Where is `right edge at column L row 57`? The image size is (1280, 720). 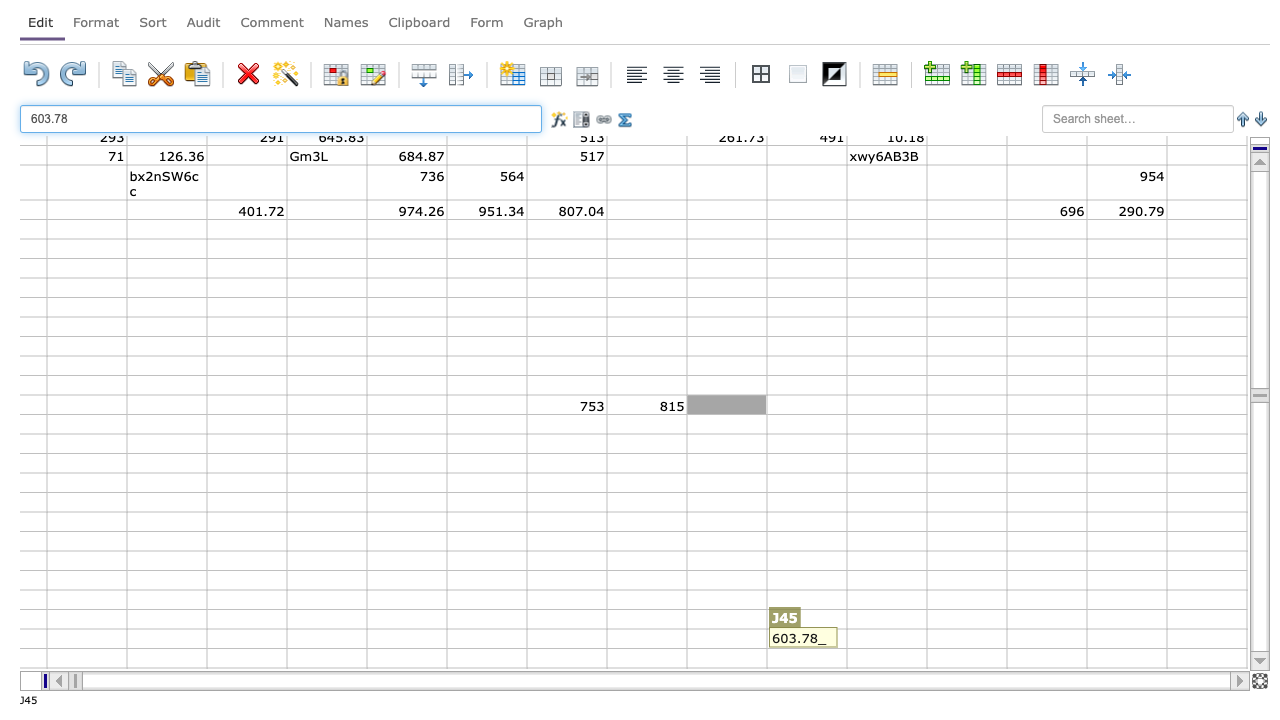 right edge at column L row 57 is located at coordinates (925, 638).